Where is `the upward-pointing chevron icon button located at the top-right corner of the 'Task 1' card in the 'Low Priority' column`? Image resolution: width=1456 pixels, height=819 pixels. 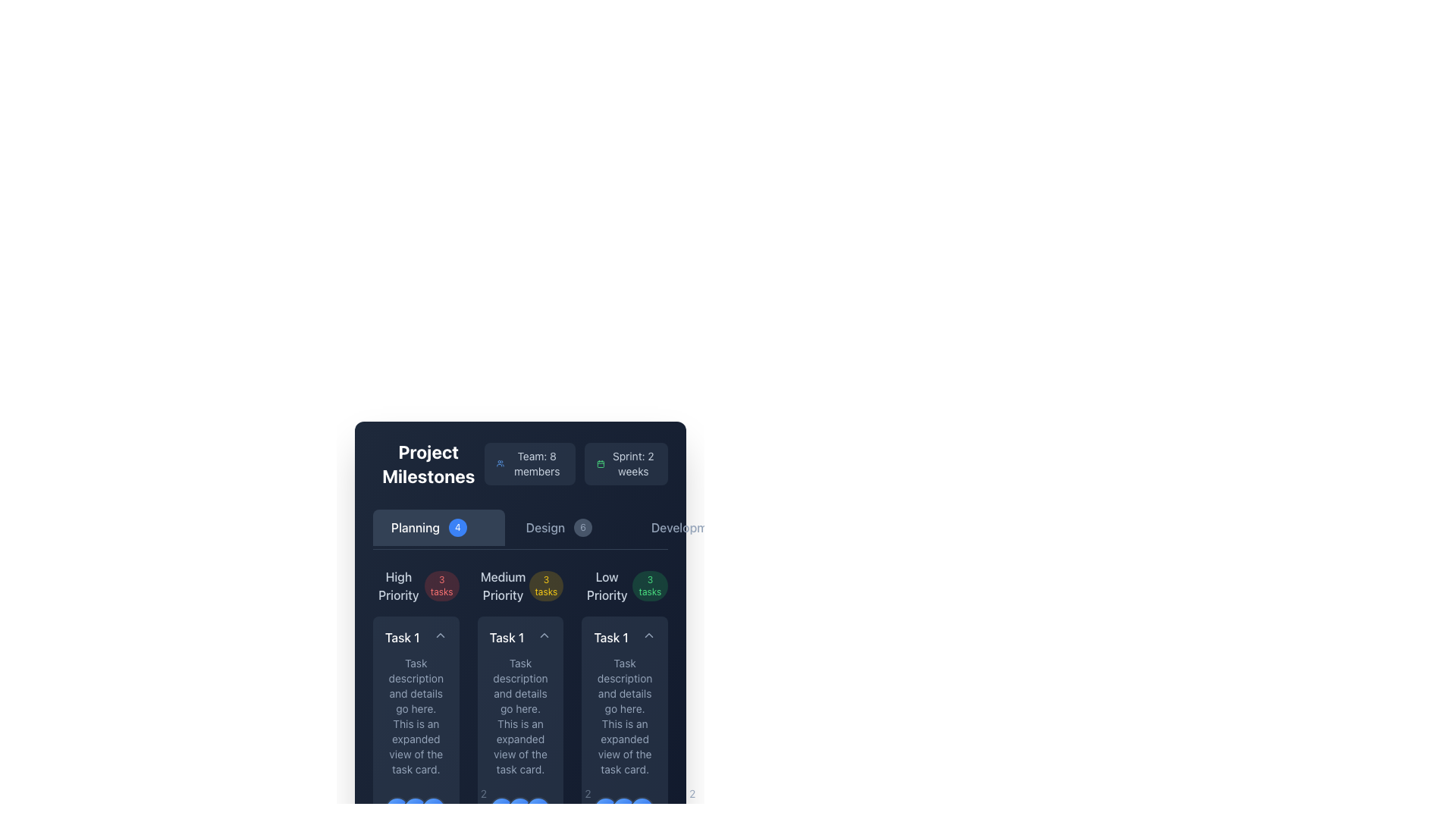 the upward-pointing chevron icon button located at the top-right corner of the 'Task 1' card in the 'Low Priority' column is located at coordinates (648, 635).